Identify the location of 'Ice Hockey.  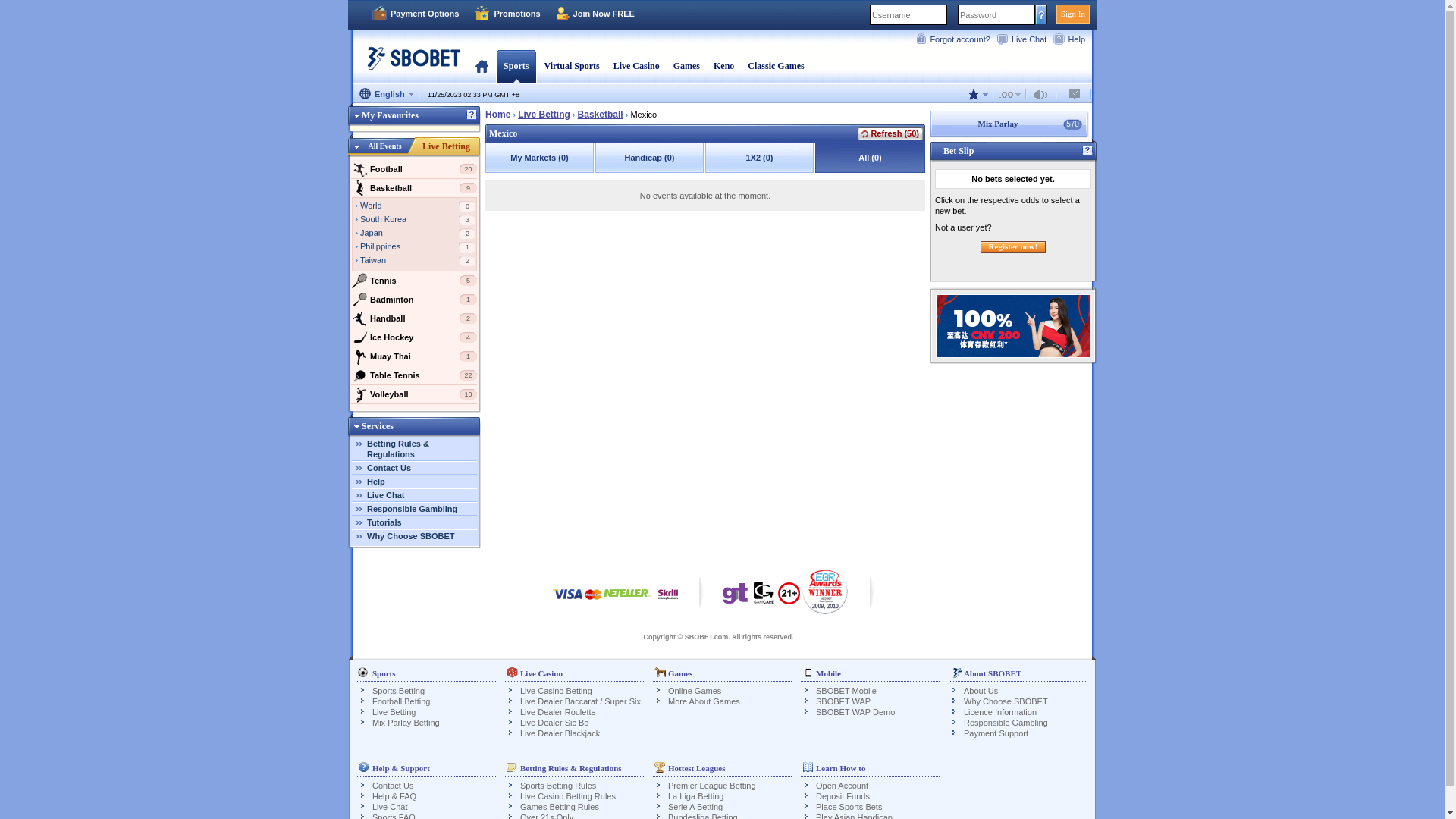
(414, 336).